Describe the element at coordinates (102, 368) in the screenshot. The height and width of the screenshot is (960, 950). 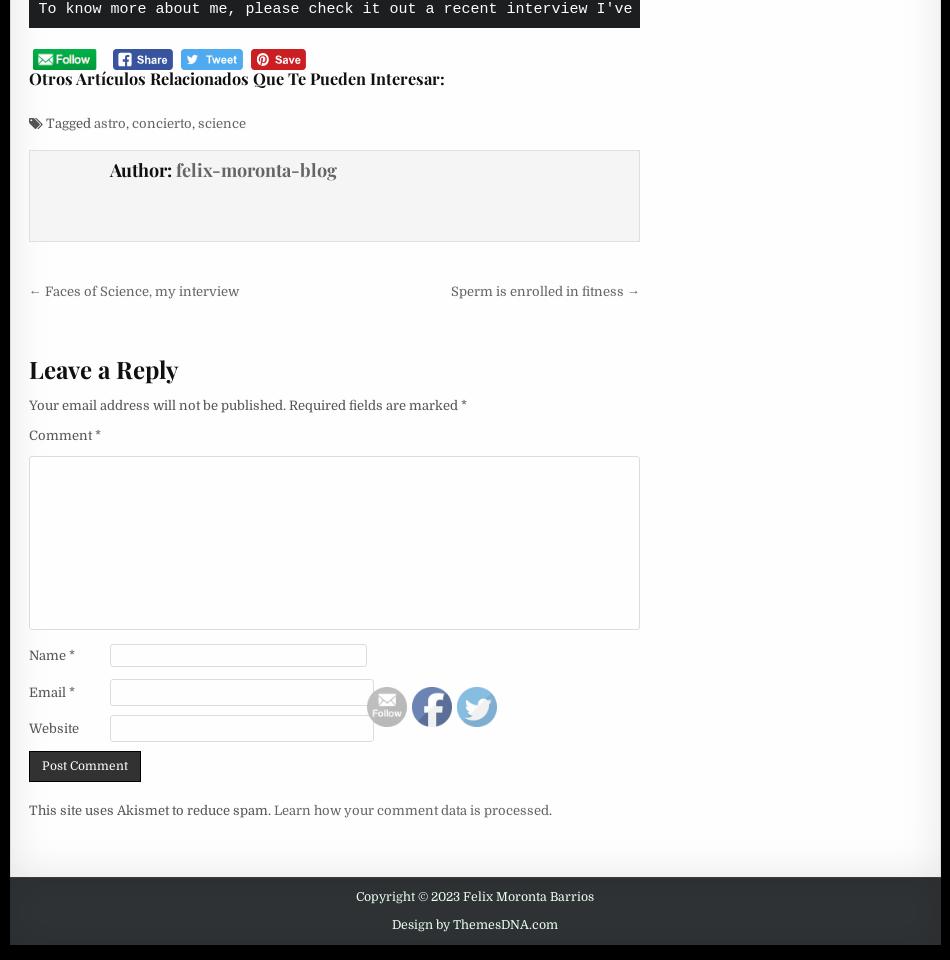
I see `'Leave a Reply'` at that location.